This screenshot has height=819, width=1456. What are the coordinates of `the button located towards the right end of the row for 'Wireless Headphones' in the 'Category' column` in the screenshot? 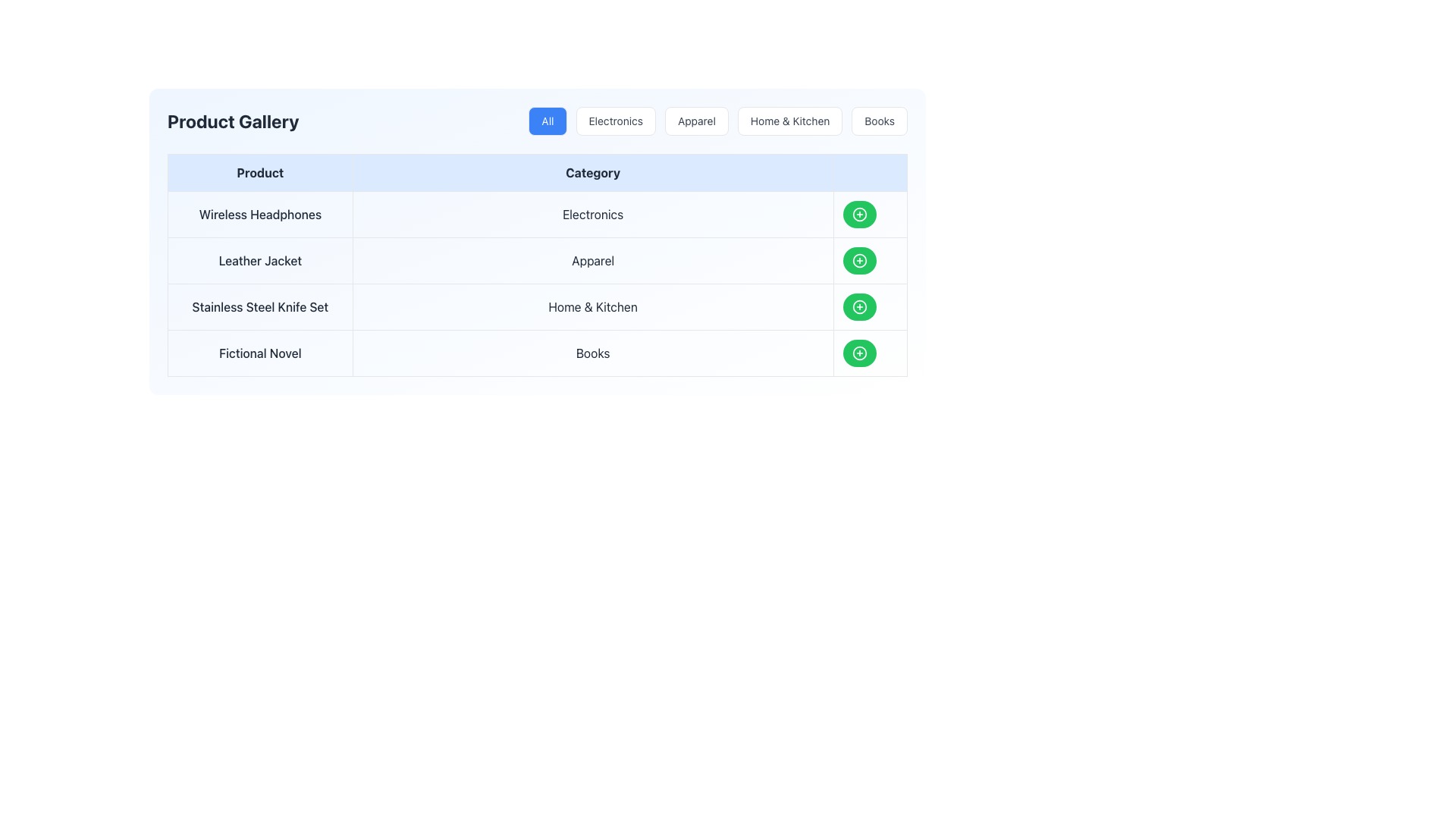 It's located at (870, 214).